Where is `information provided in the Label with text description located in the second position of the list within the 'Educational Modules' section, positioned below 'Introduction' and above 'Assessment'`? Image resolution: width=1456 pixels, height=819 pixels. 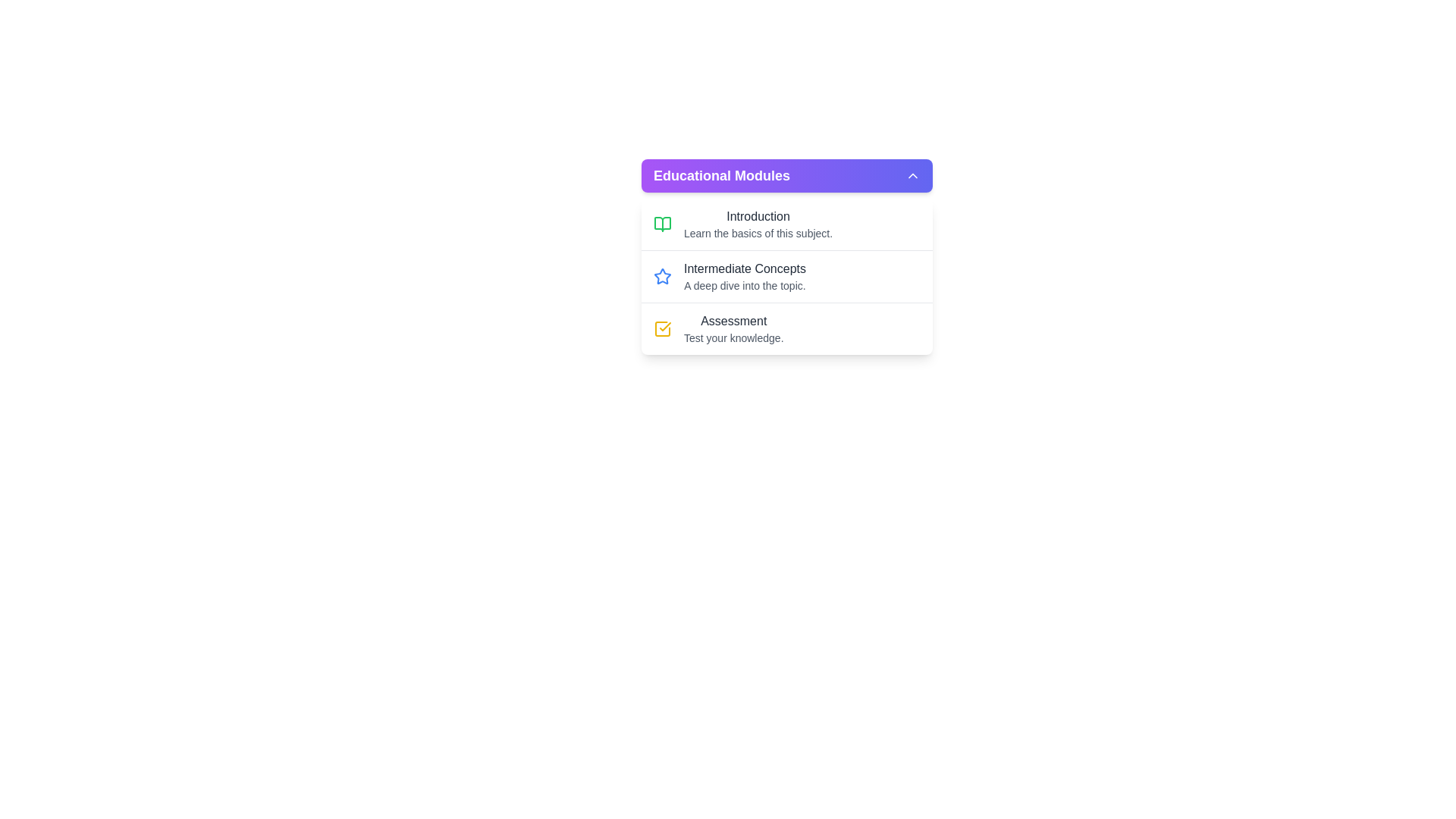 information provided in the Label with text description located in the second position of the list within the 'Educational Modules' section, positioned below 'Introduction' and above 'Assessment' is located at coordinates (745, 277).